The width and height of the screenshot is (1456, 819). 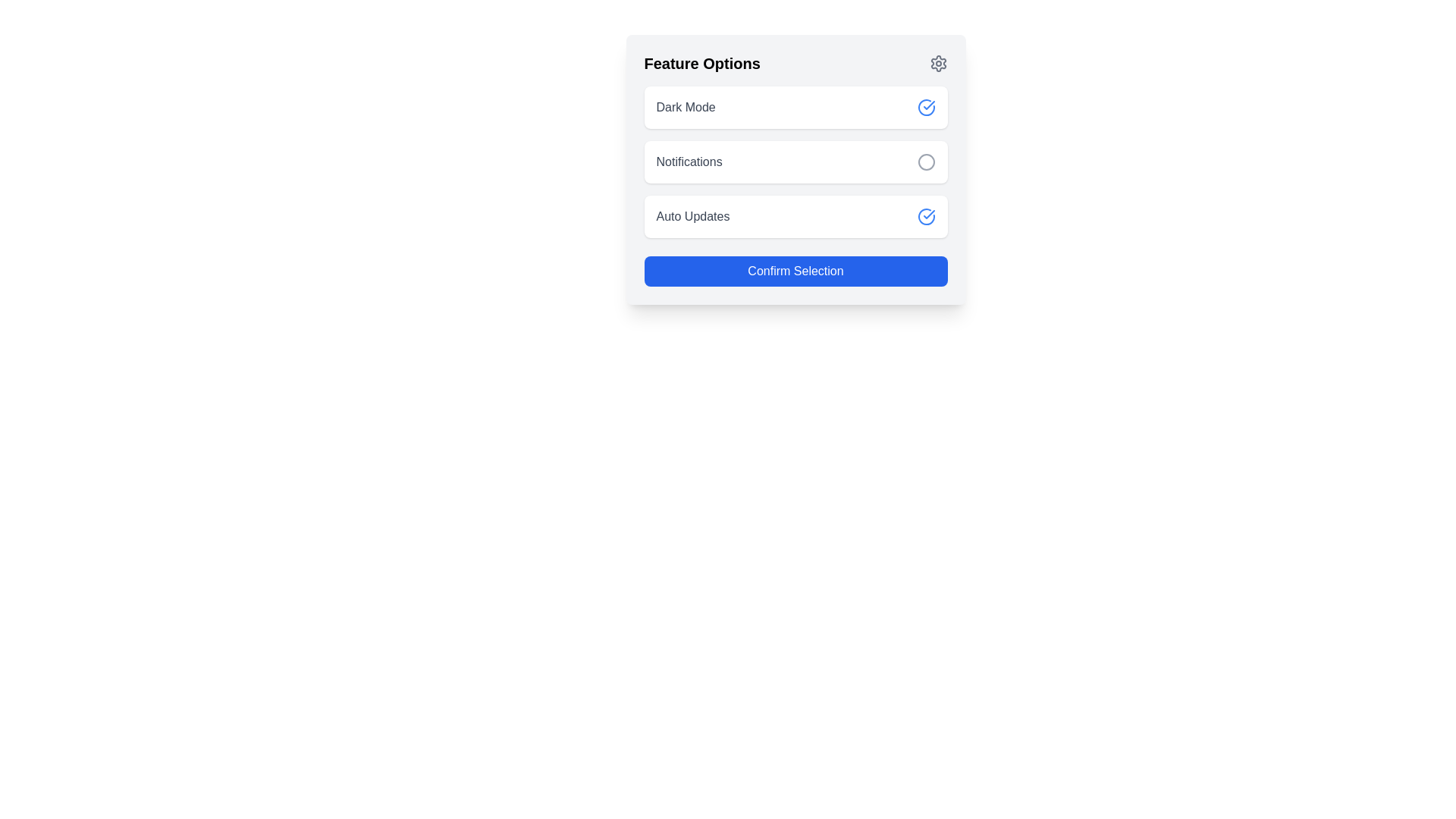 What do you see at coordinates (927, 214) in the screenshot?
I see `the 'Auto Updates' status icon represented as an SVG graphic` at bounding box center [927, 214].